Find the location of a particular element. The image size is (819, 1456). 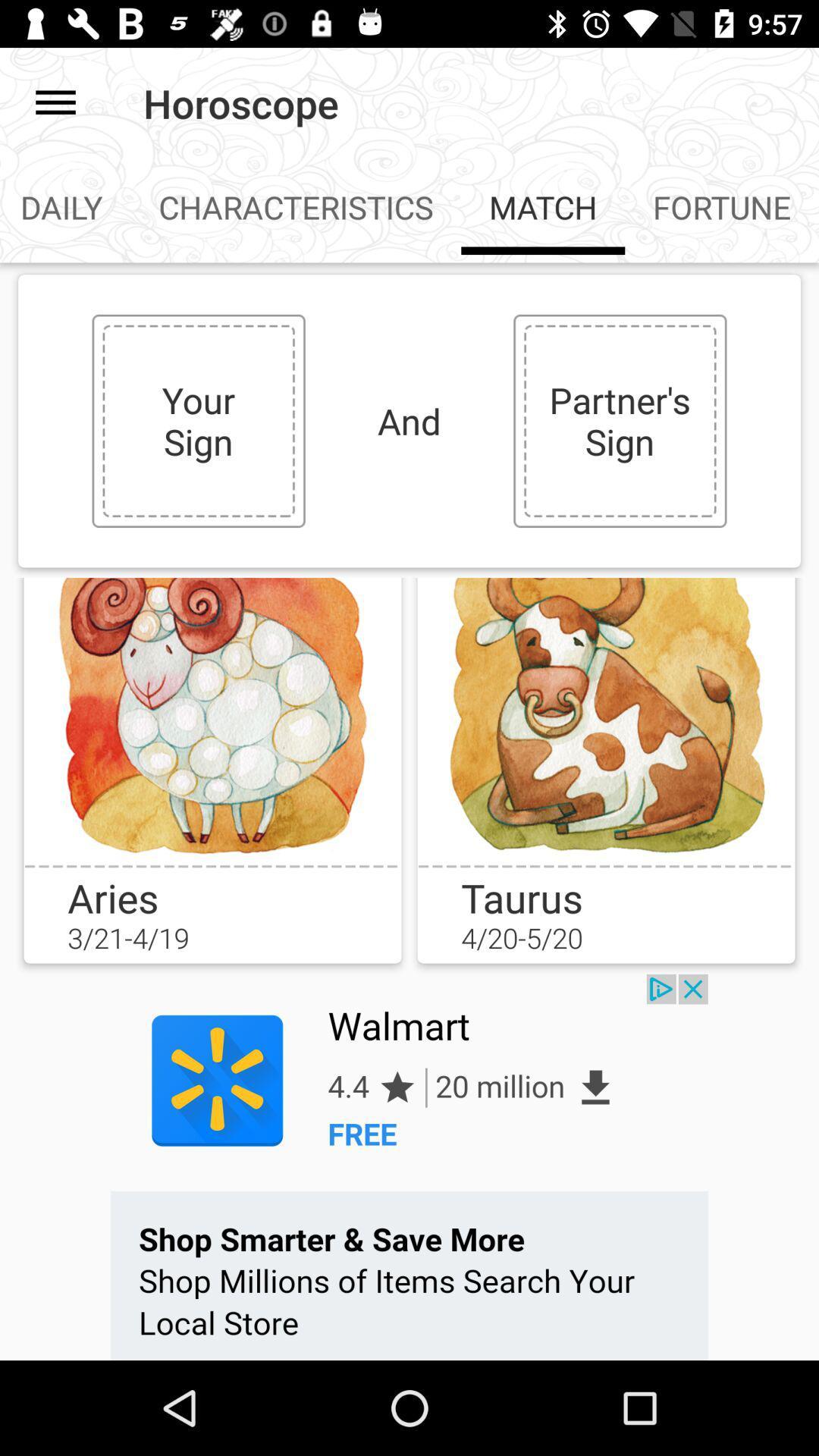

advertisement page is located at coordinates (409, 1166).